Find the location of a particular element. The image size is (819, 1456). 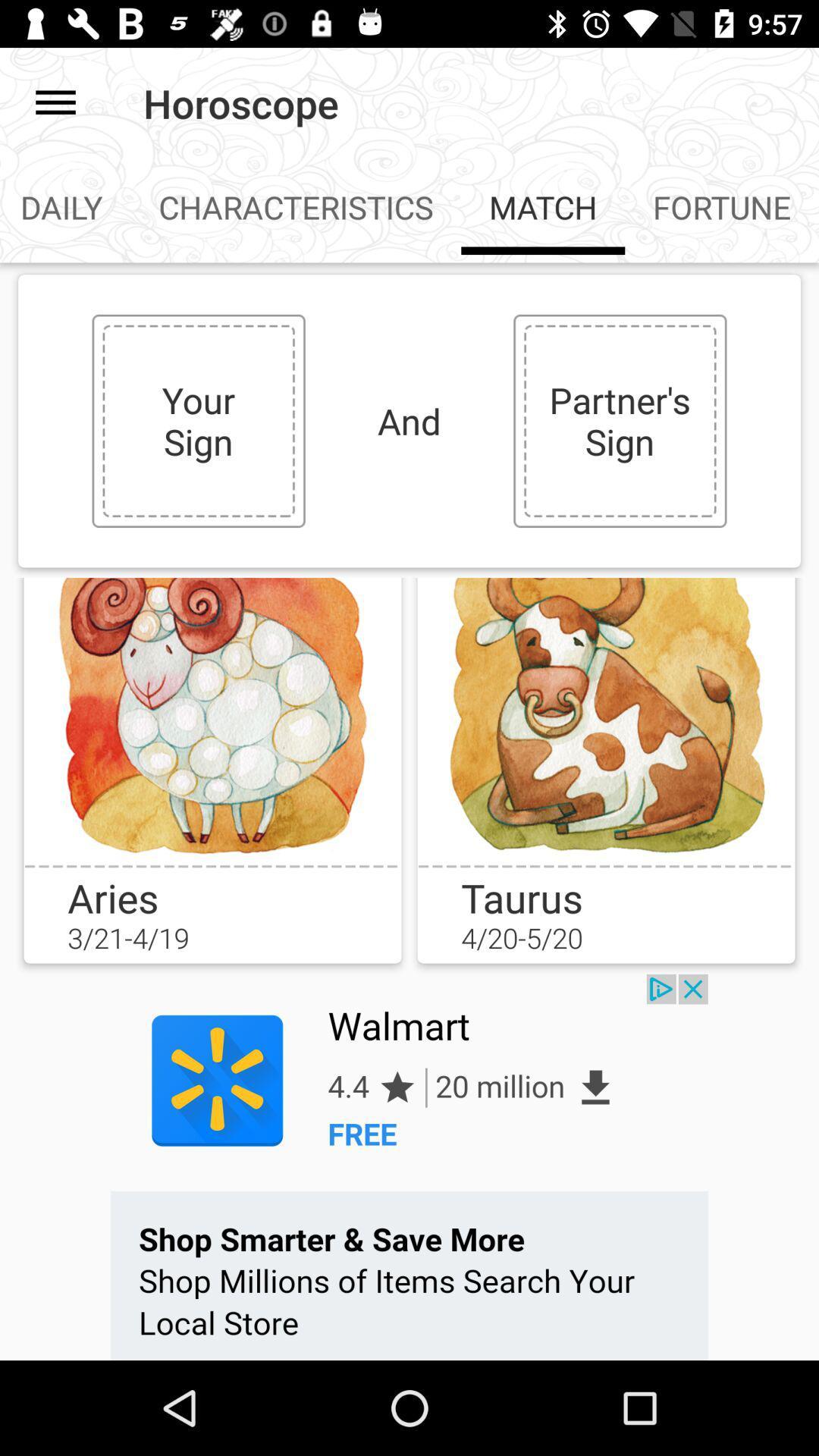

advertisement page is located at coordinates (409, 1166).